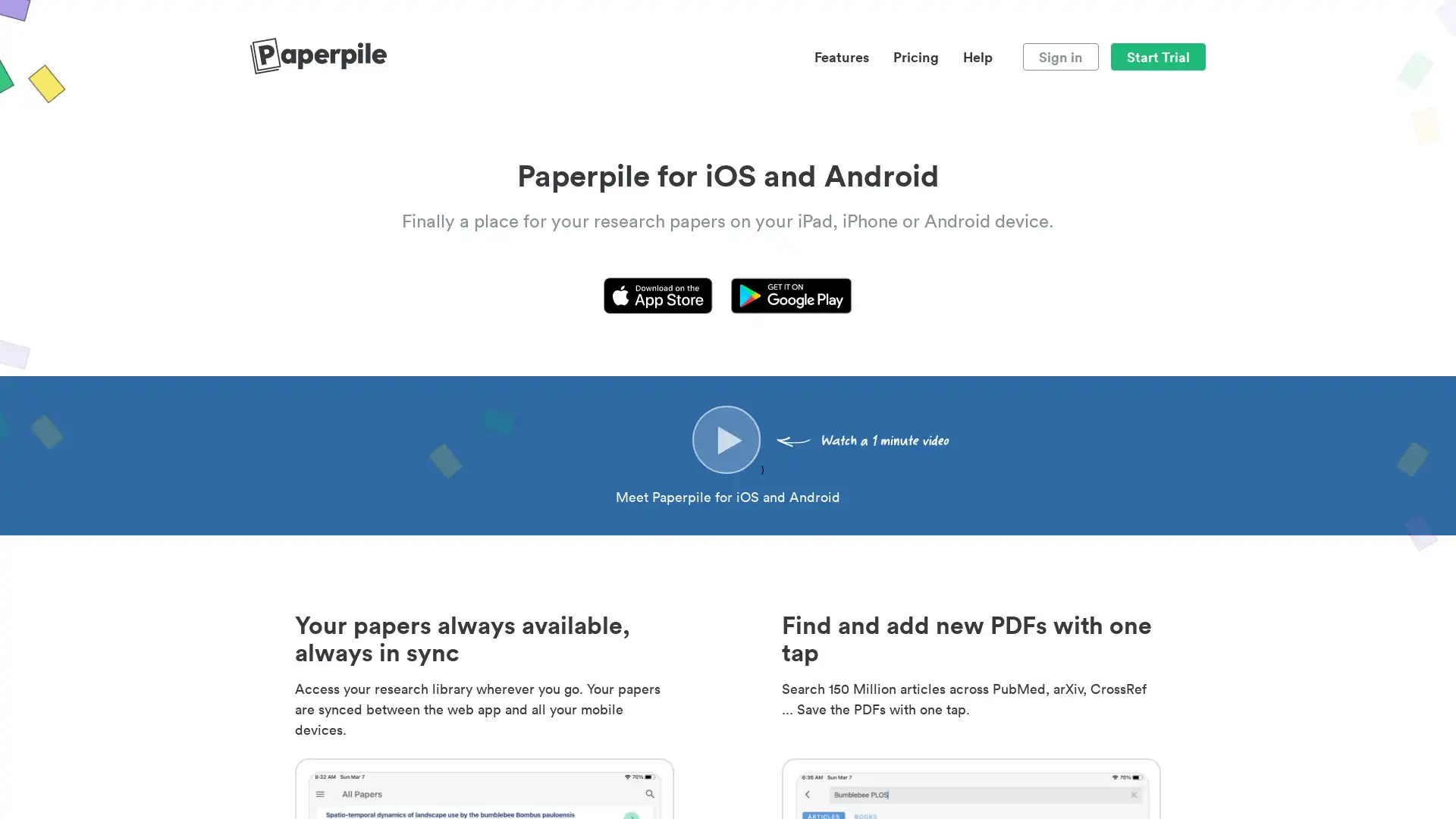 This screenshot has height=819, width=1456. What do you see at coordinates (1157, 55) in the screenshot?
I see `Start Trial` at bounding box center [1157, 55].